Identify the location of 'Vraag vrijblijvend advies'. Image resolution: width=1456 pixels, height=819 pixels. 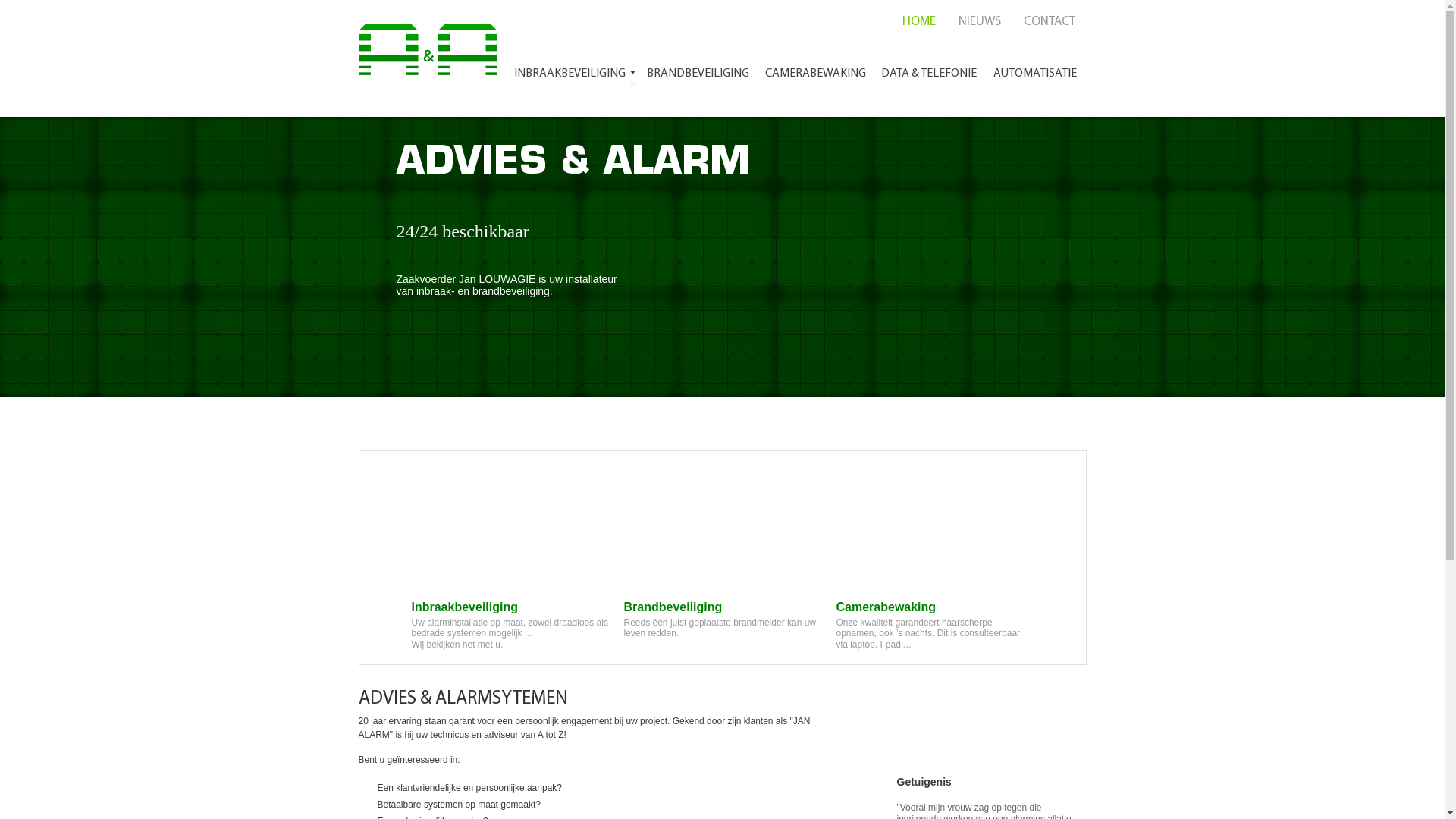
(971, 714).